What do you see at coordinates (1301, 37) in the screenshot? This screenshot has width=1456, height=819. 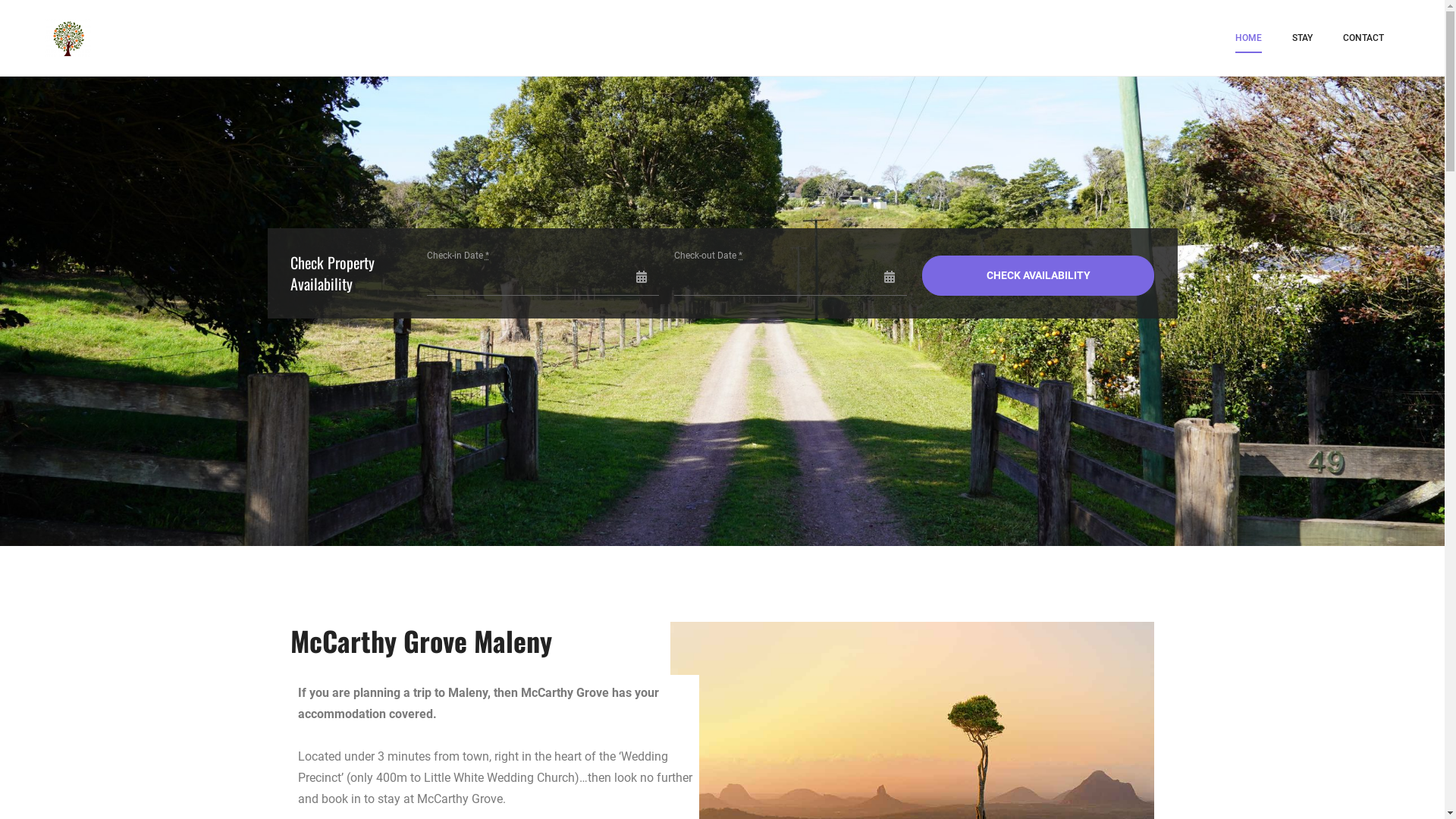 I see `'STAY'` at bounding box center [1301, 37].